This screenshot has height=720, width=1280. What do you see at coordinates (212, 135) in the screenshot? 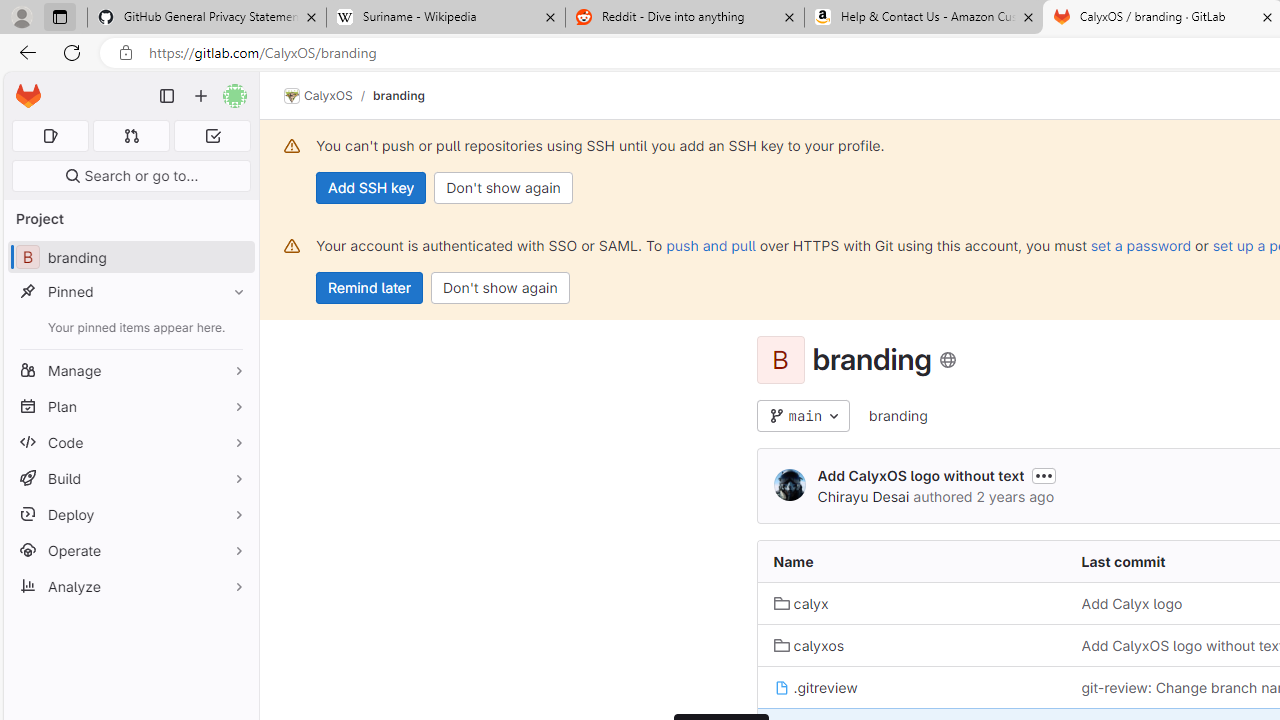
I see `'To-Do list 0'` at bounding box center [212, 135].